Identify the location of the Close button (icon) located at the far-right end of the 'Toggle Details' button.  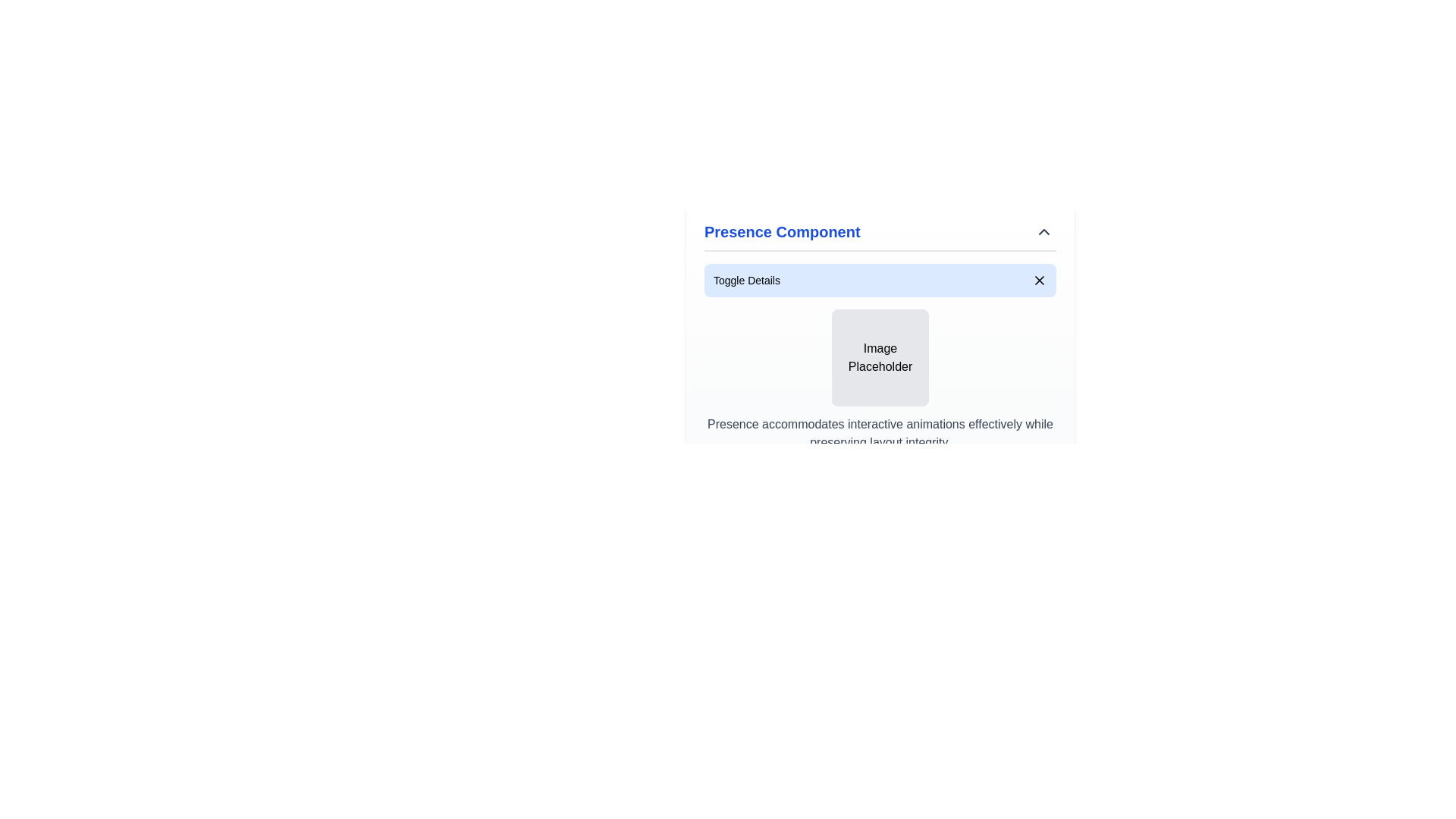
(1039, 281).